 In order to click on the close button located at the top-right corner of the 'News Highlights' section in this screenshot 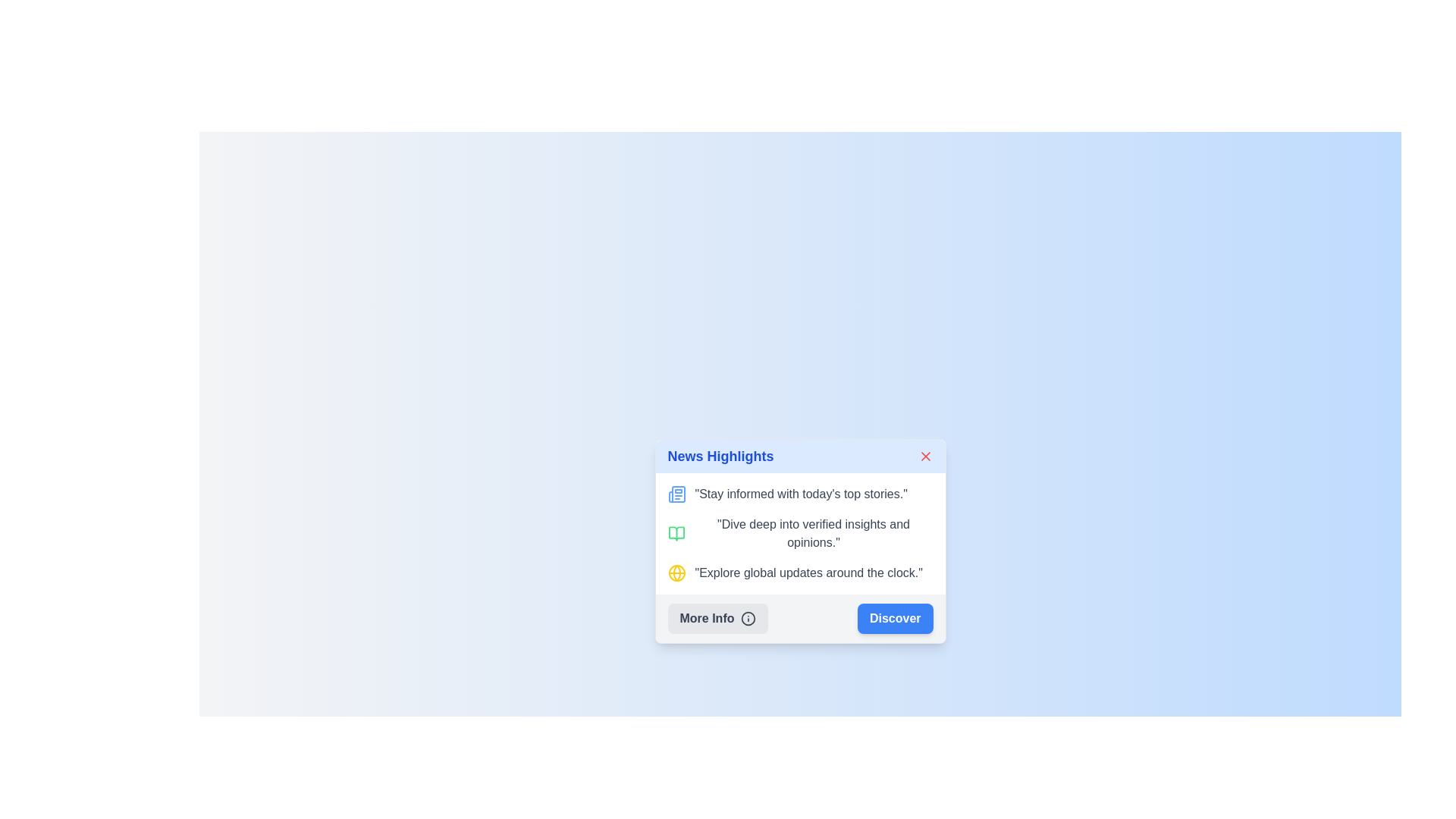, I will do `click(924, 455)`.